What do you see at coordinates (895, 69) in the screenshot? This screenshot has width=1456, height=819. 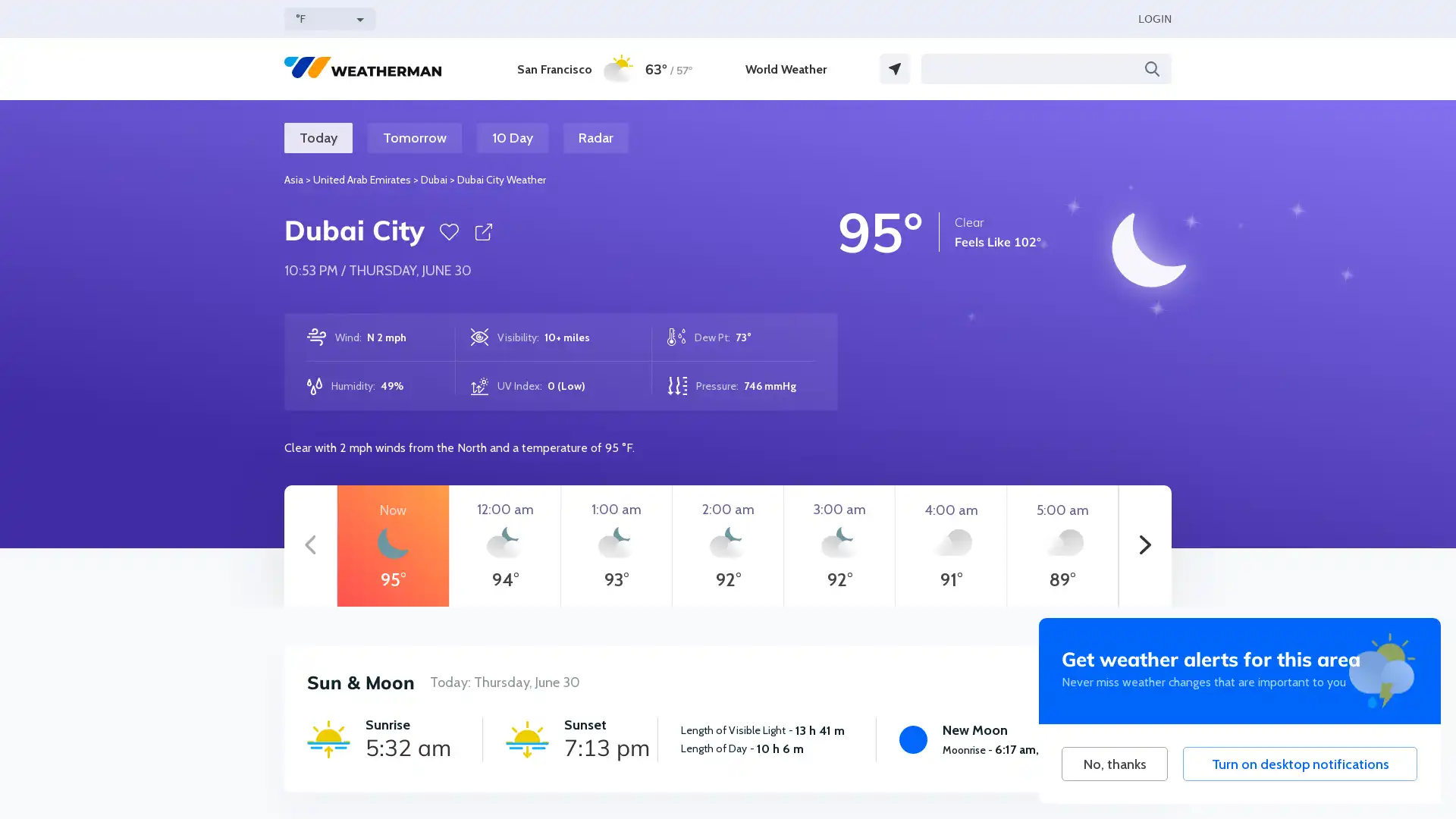 I see `GPS Location` at bounding box center [895, 69].